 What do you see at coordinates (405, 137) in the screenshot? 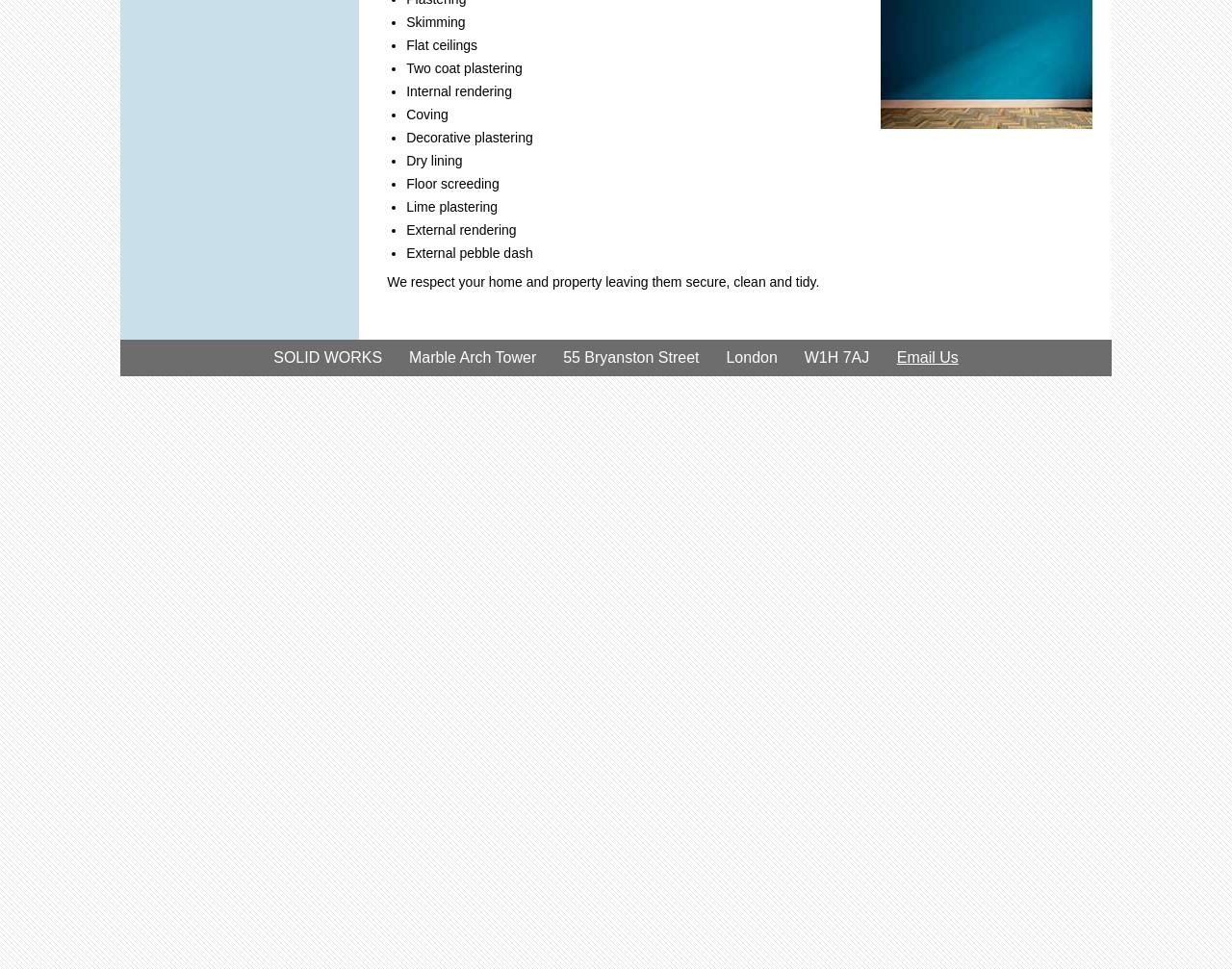
I see `'Decorative plastering'` at bounding box center [405, 137].